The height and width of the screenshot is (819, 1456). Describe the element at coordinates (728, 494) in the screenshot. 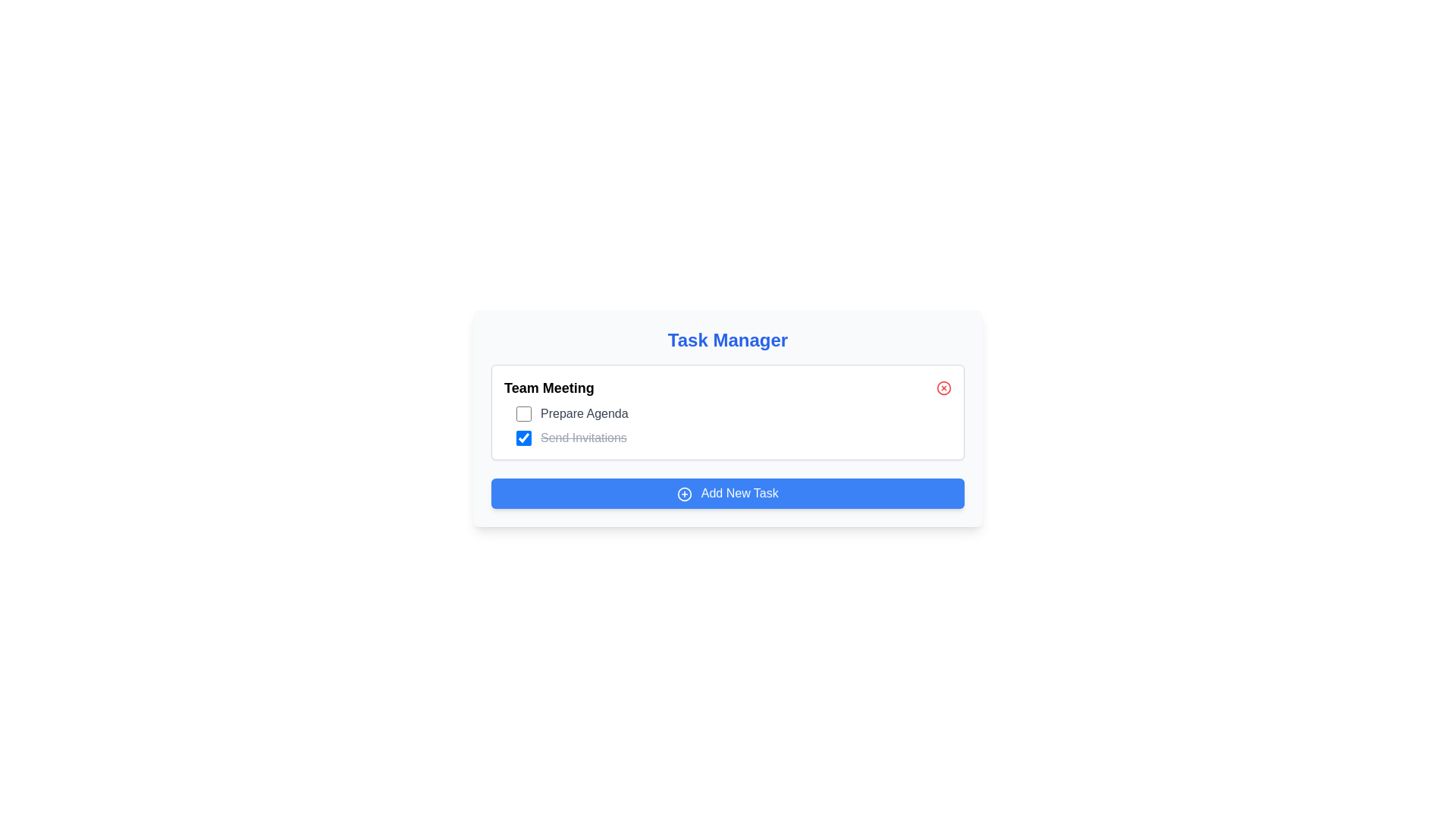

I see `the rectangular blue button with rounded corners and white text that says 'Add New Task'` at that location.